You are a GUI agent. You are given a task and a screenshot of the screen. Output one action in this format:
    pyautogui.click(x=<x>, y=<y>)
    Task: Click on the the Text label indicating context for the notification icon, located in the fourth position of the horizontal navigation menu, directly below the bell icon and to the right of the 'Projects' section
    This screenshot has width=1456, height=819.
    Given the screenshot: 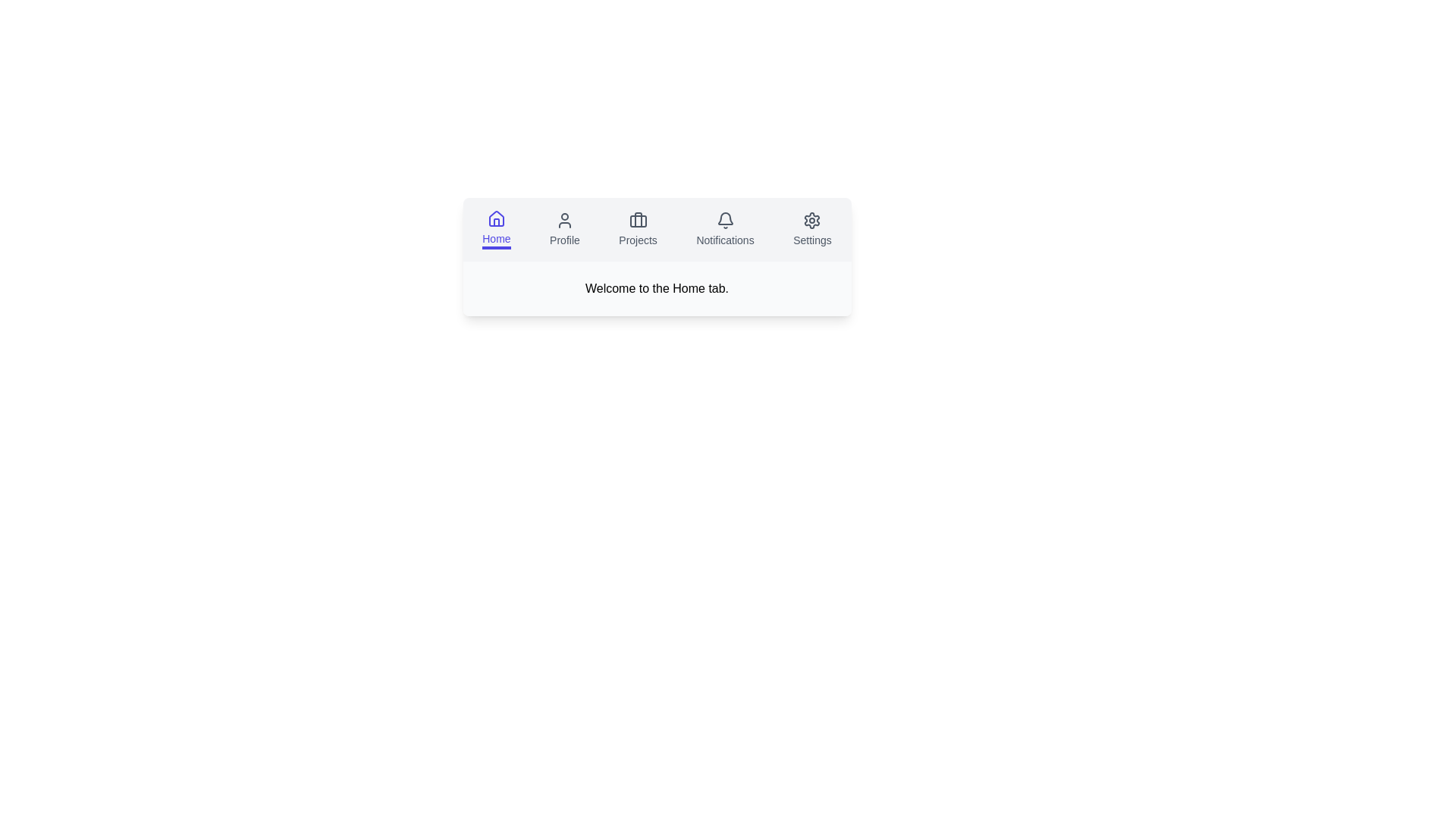 What is the action you would take?
    pyautogui.click(x=724, y=239)
    